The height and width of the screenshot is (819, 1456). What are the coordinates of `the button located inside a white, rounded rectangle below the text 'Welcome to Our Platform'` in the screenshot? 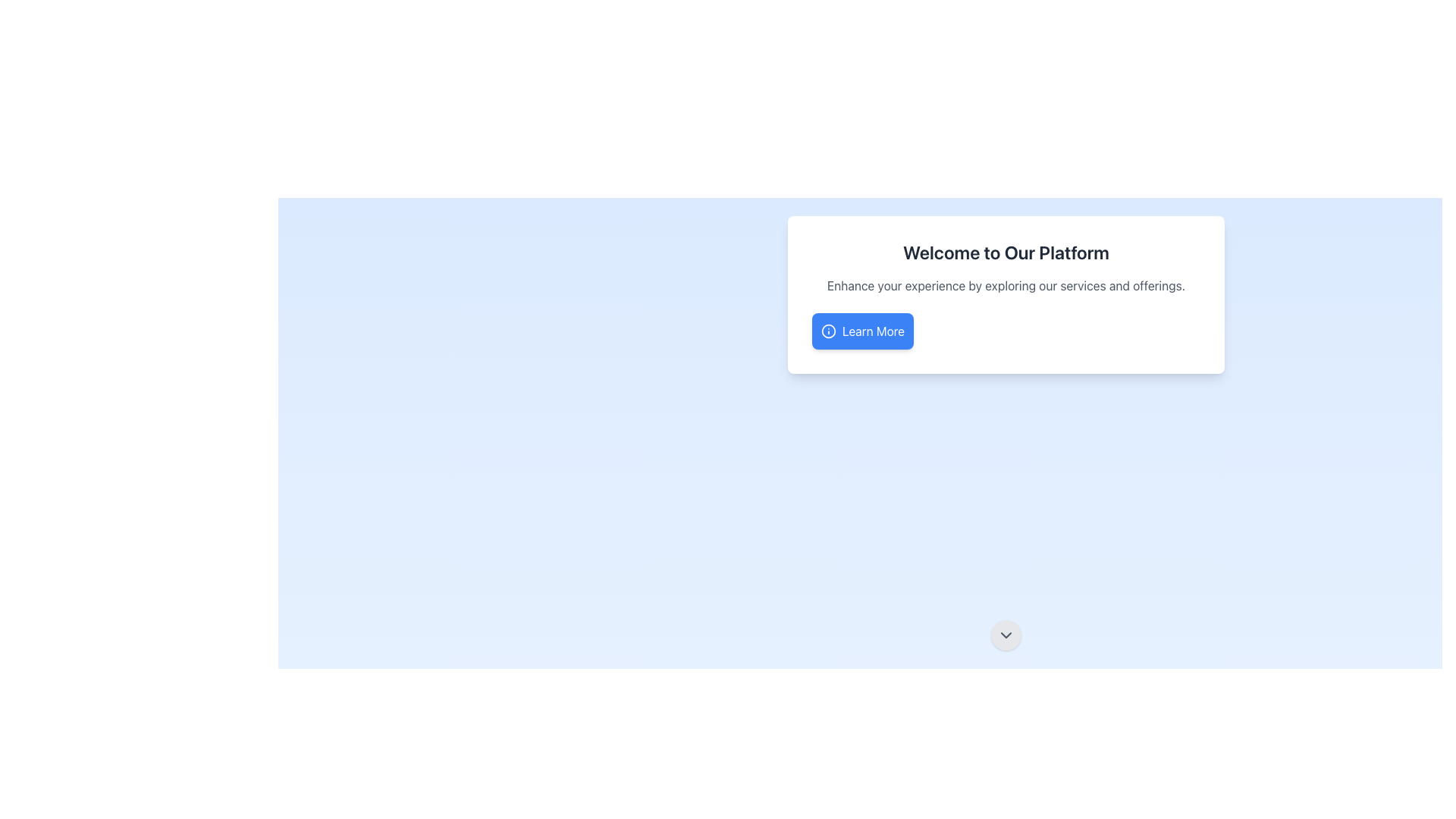 It's located at (862, 330).